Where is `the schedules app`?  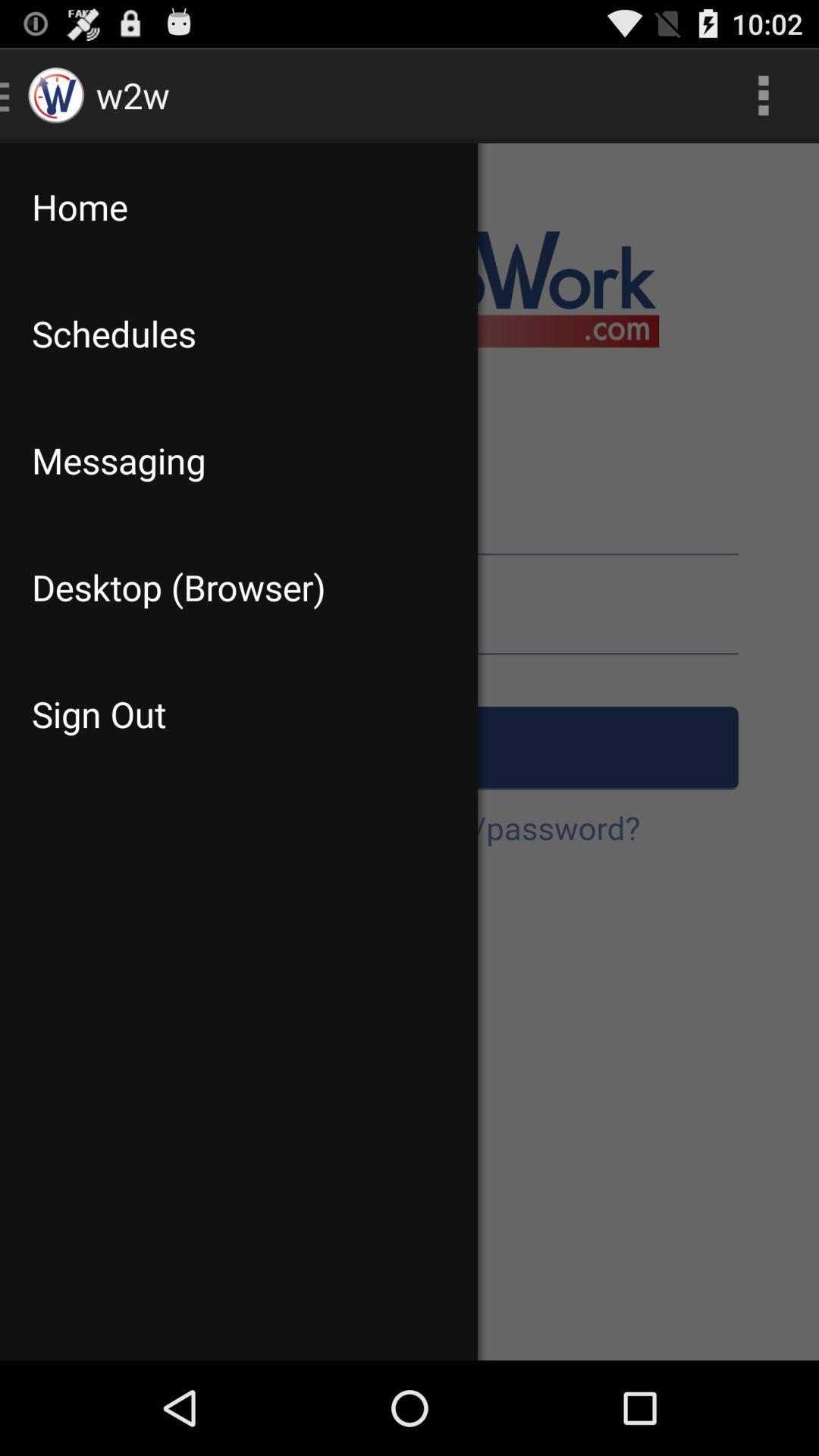
the schedules app is located at coordinates (239, 333).